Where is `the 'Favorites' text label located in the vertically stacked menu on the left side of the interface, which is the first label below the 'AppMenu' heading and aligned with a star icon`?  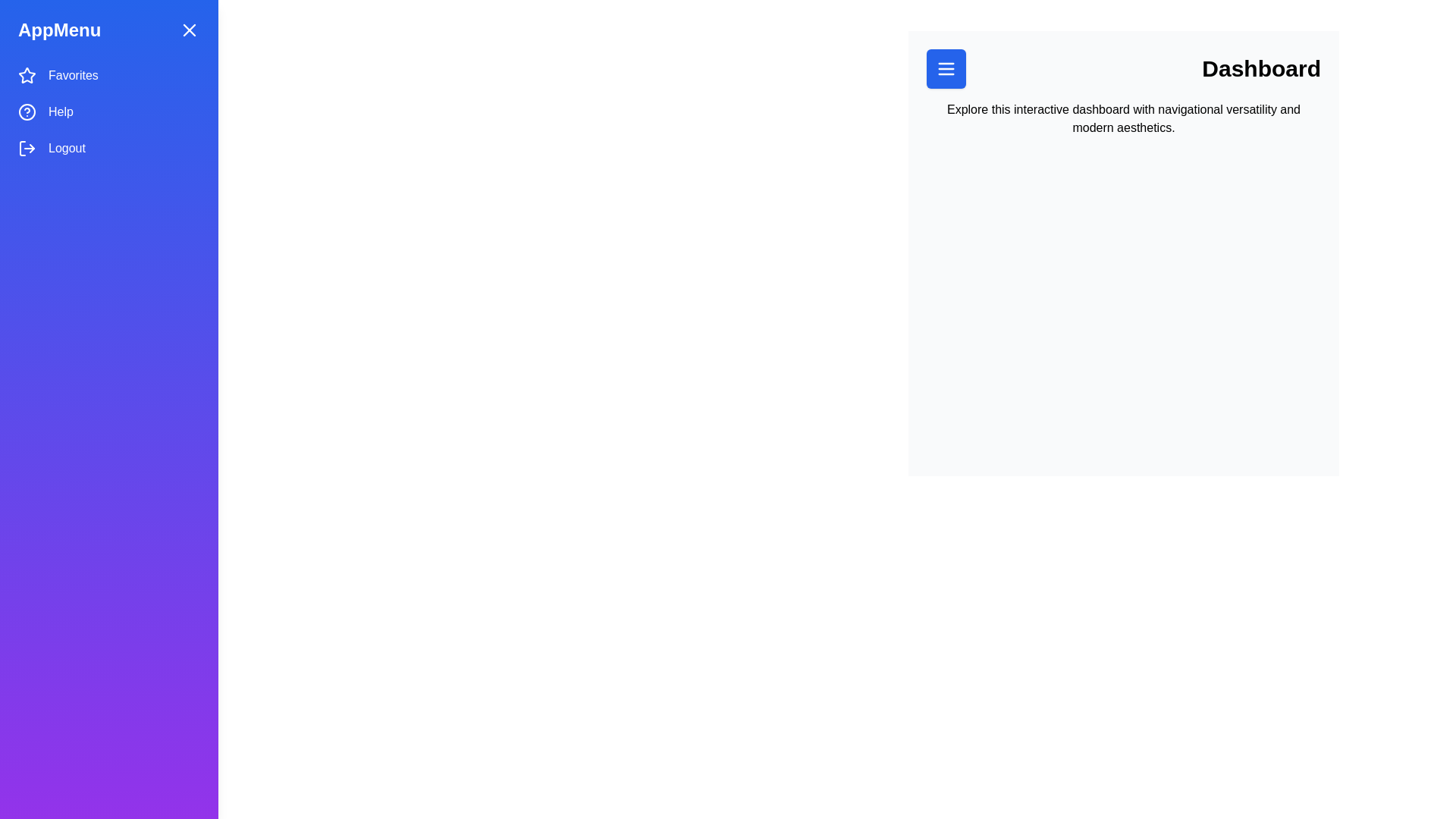
the 'Favorites' text label located in the vertically stacked menu on the left side of the interface, which is the first label below the 'AppMenu' heading and aligned with a star icon is located at coordinates (72, 76).